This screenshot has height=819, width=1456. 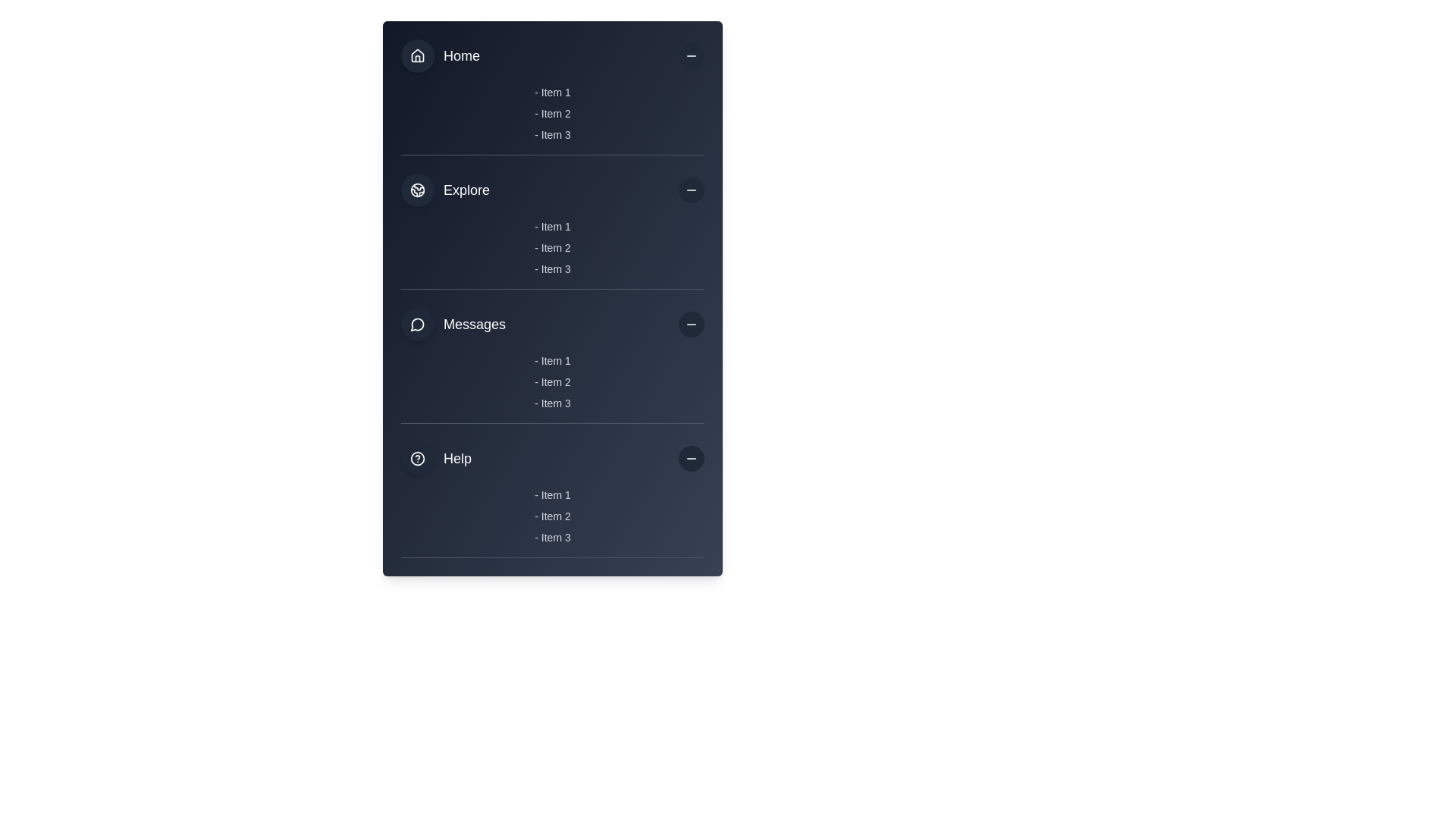 What do you see at coordinates (552, 381) in the screenshot?
I see `the second item in the 'Messages' list` at bounding box center [552, 381].